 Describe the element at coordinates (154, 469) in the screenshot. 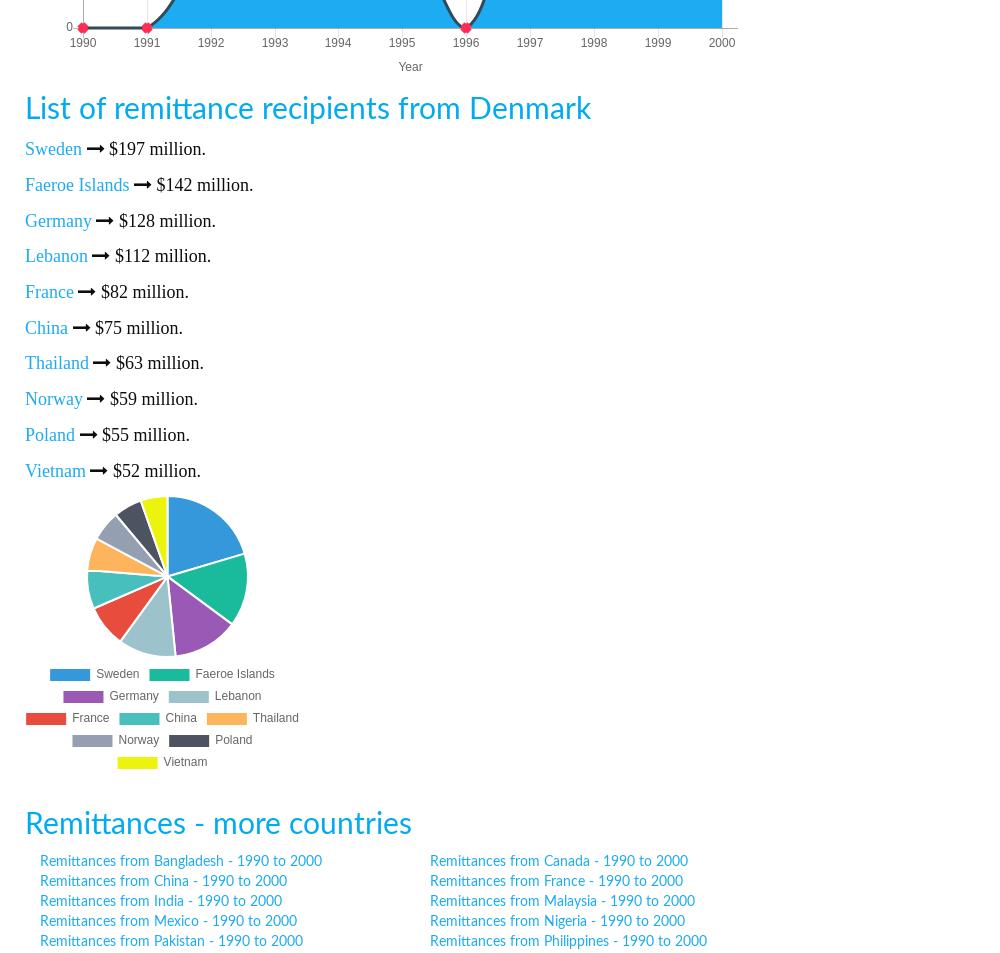

I see `'$52 million.'` at that location.